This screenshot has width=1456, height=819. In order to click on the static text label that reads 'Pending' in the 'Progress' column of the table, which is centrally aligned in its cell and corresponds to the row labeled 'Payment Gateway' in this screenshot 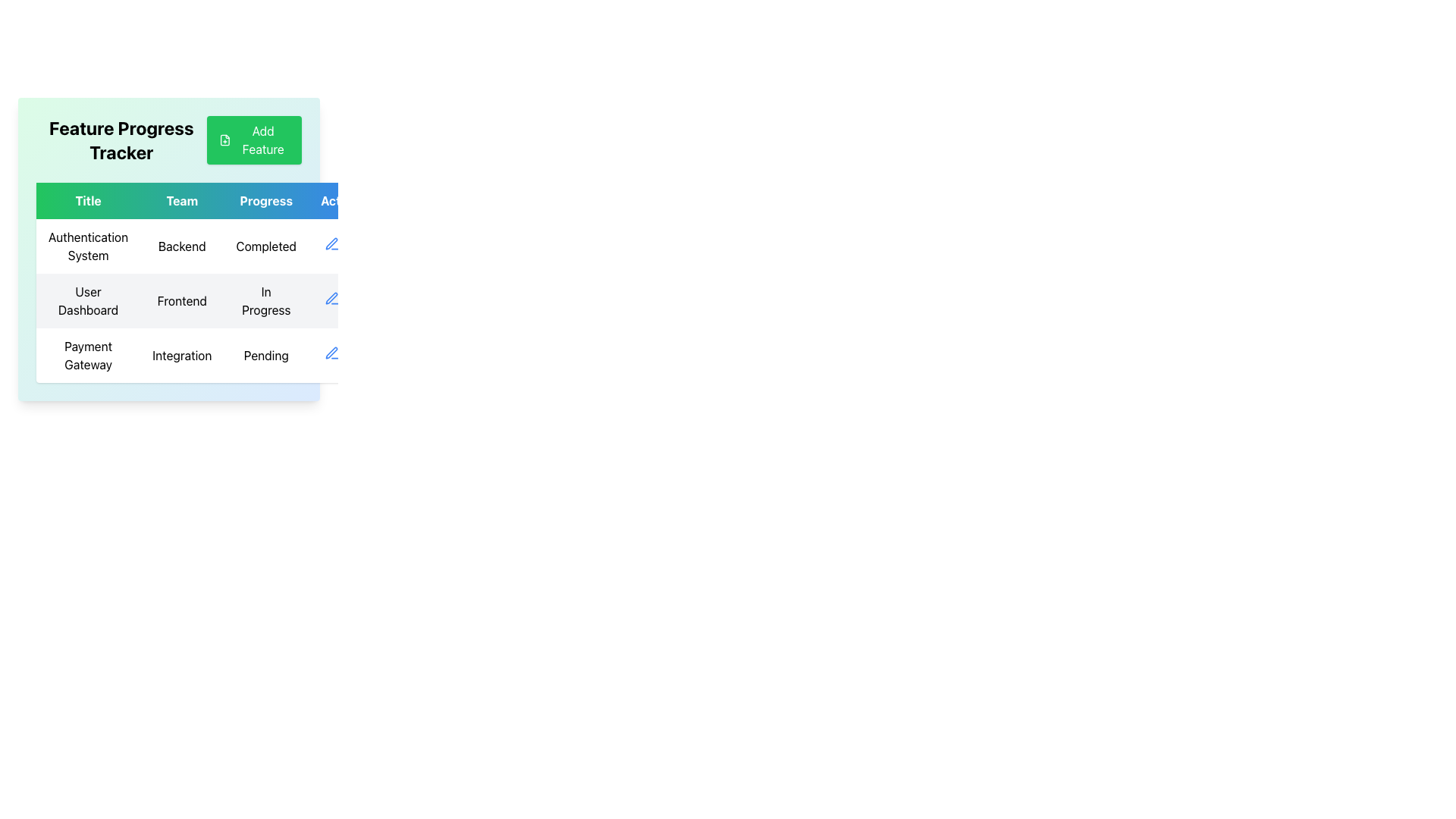, I will do `click(266, 356)`.